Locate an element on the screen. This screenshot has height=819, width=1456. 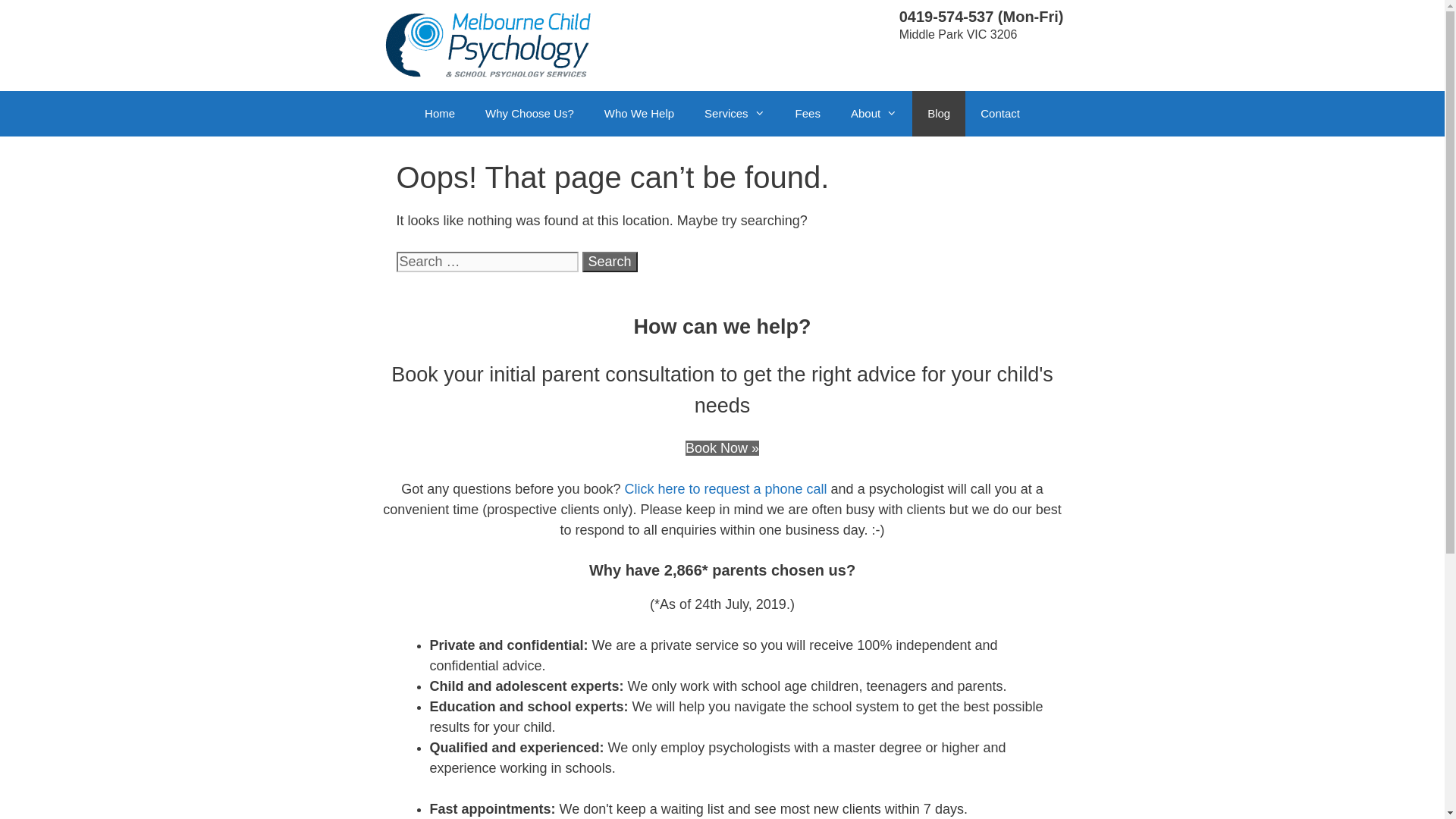
'Fees' is located at coordinates (780, 113).